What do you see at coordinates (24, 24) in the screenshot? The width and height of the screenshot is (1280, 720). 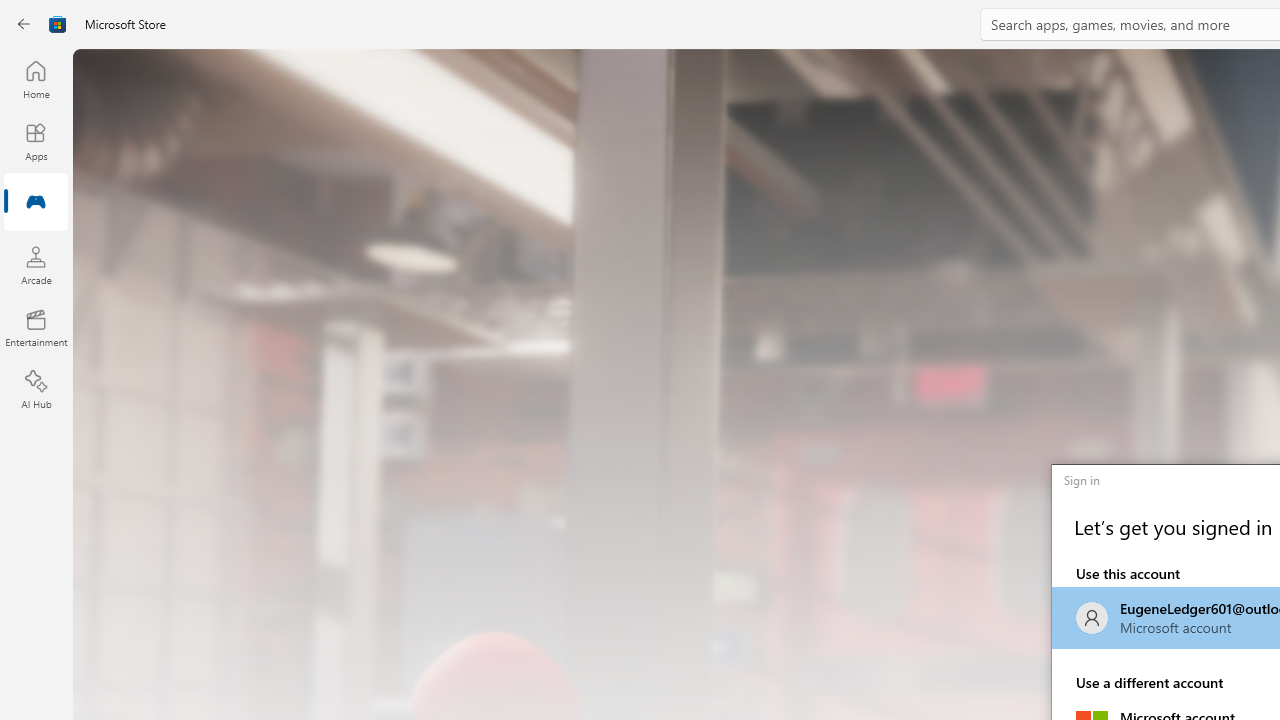 I see `'Back'` at bounding box center [24, 24].